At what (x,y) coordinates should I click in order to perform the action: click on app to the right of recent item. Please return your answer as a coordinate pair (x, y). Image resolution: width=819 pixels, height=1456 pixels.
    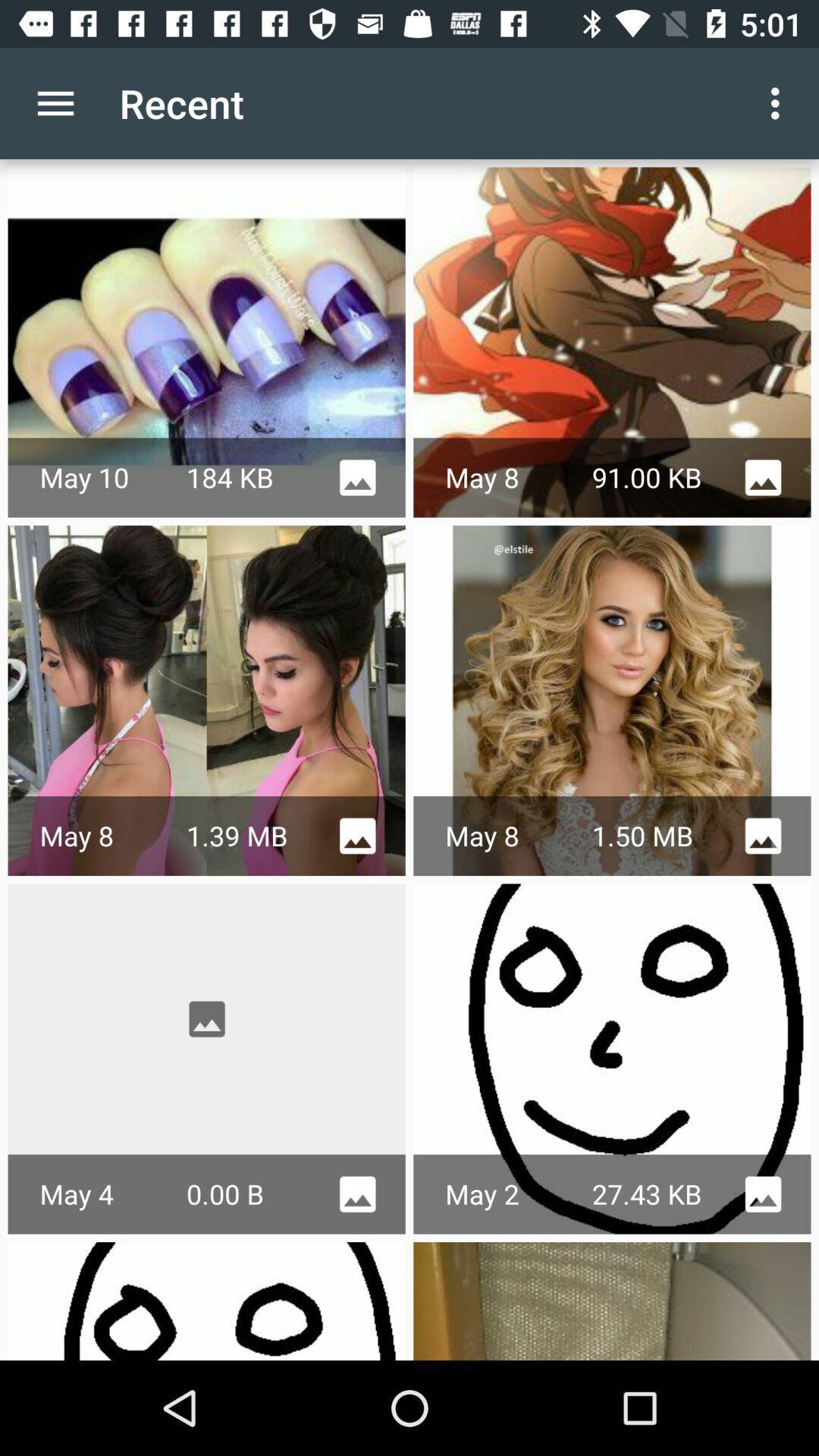
    Looking at the image, I should click on (779, 102).